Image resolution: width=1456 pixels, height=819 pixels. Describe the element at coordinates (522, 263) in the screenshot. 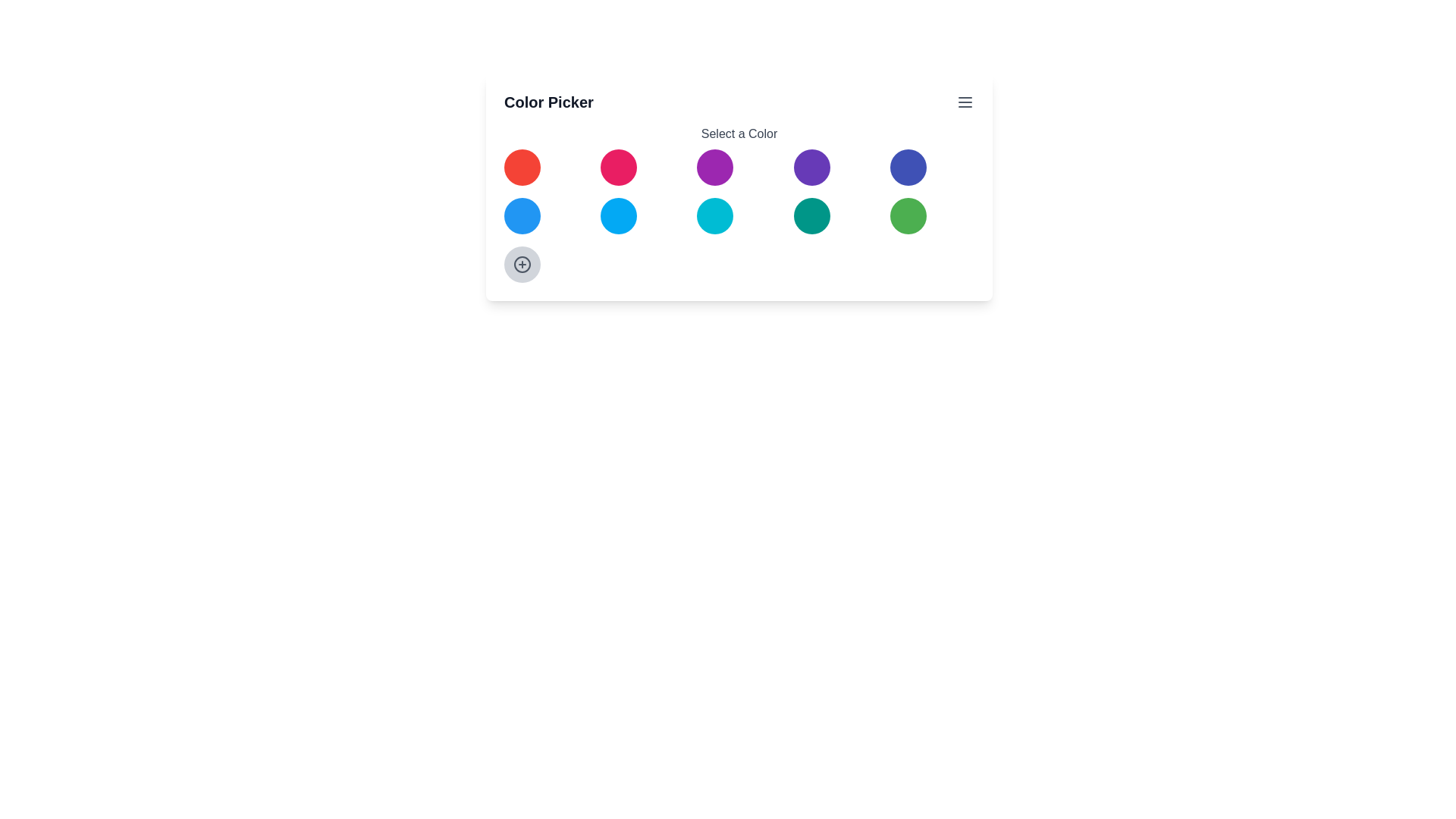

I see `the 'plus' icon button to open a new color picker` at that location.